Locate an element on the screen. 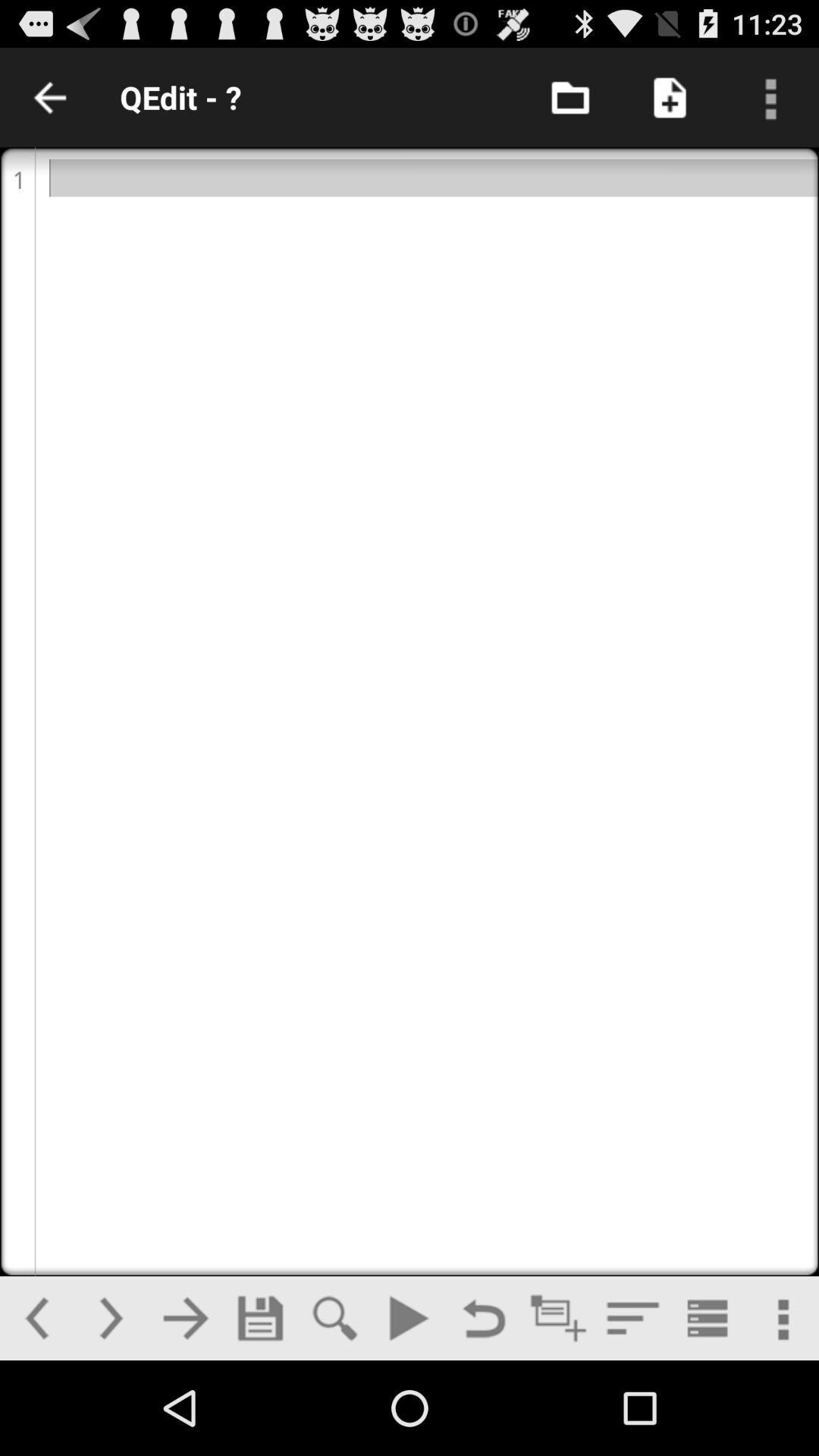  menu option is located at coordinates (769, 96).